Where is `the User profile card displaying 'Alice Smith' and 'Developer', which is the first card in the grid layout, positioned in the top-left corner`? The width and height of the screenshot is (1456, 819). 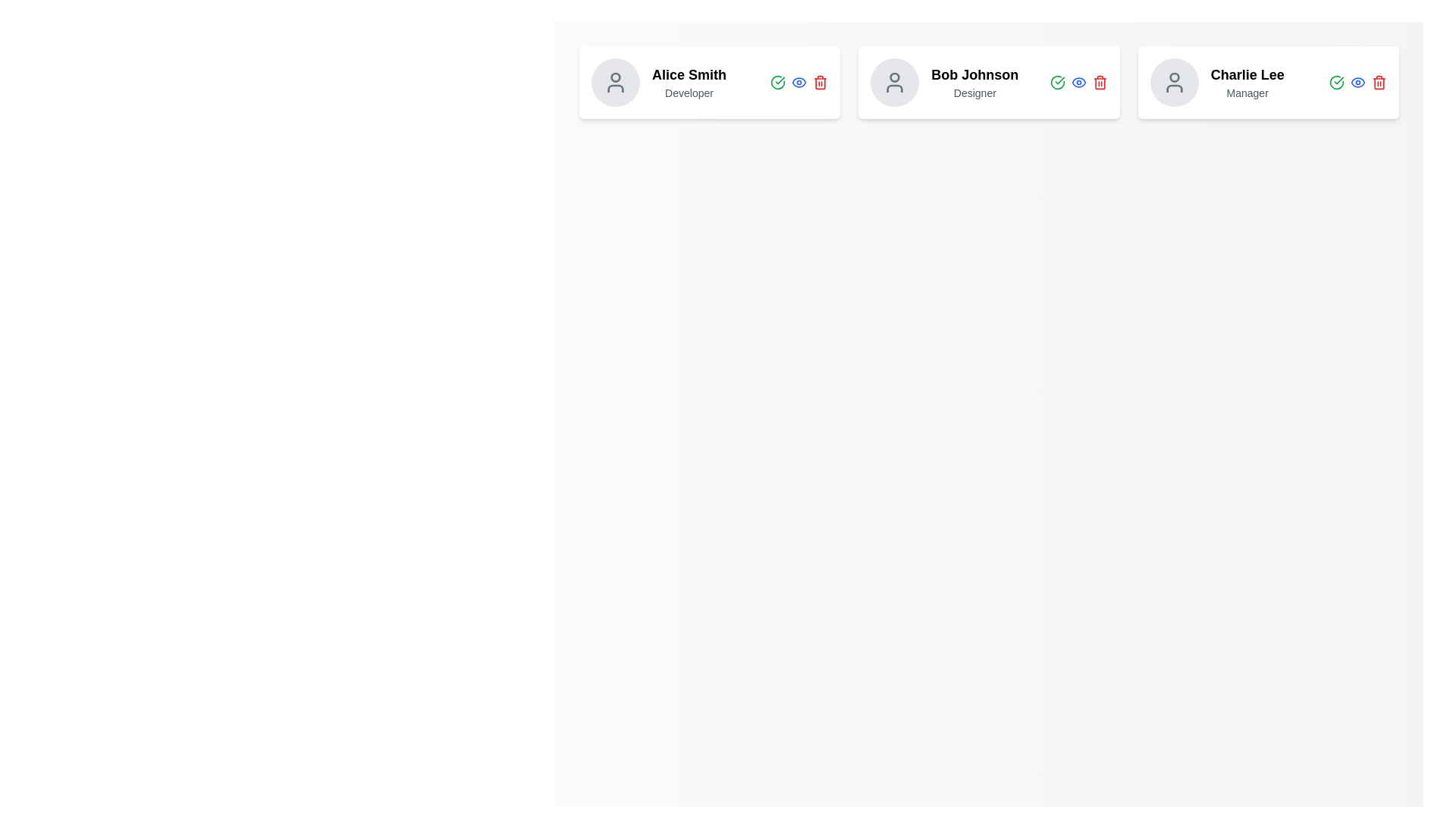
the User profile card displaying 'Alice Smith' and 'Developer', which is the first card in the grid layout, positioned in the top-left corner is located at coordinates (709, 82).